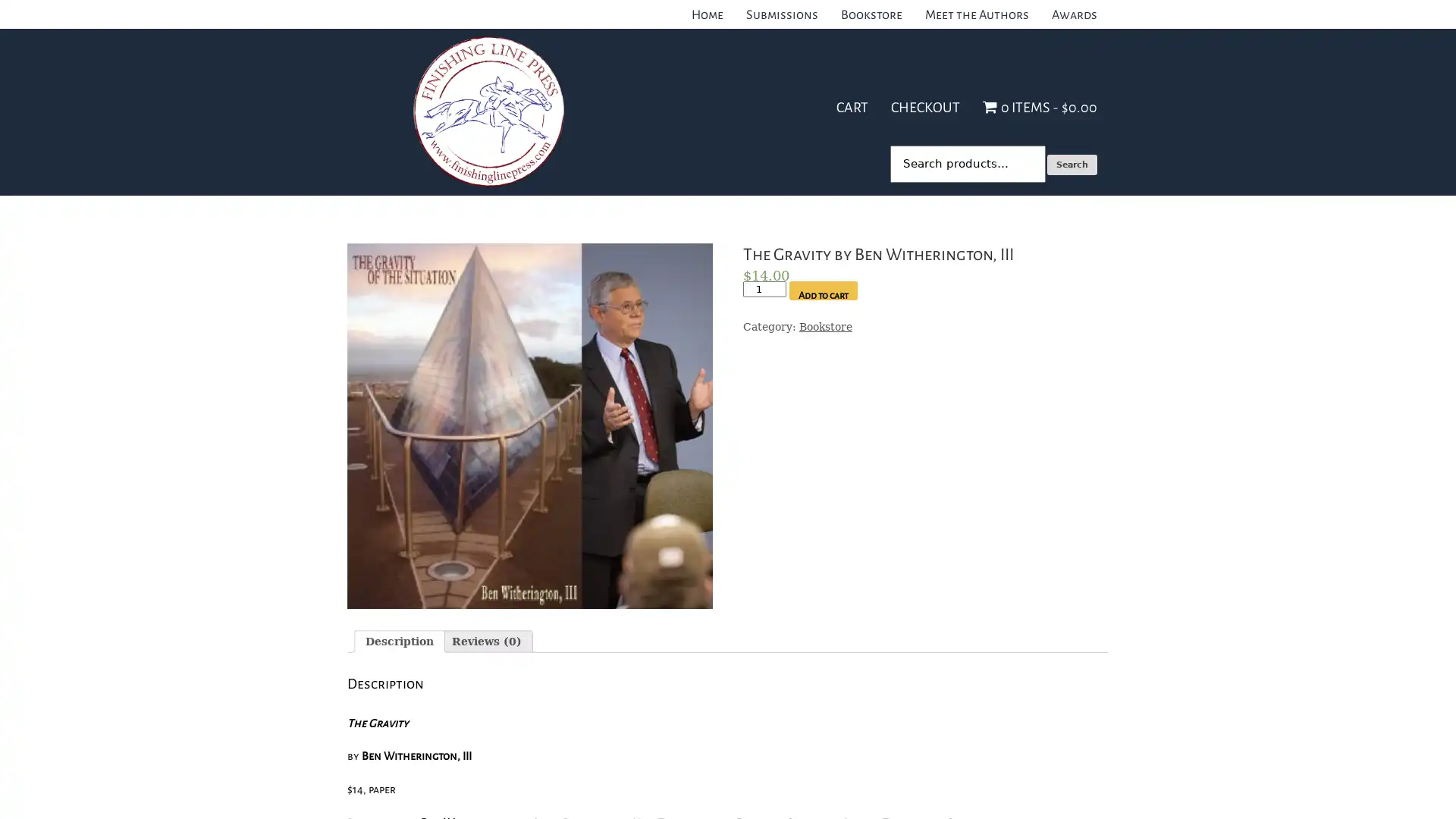 The height and width of the screenshot is (819, 1456). Describe the element at coordinates (1072, 165) in the screenshot. I see `Search` at that location.